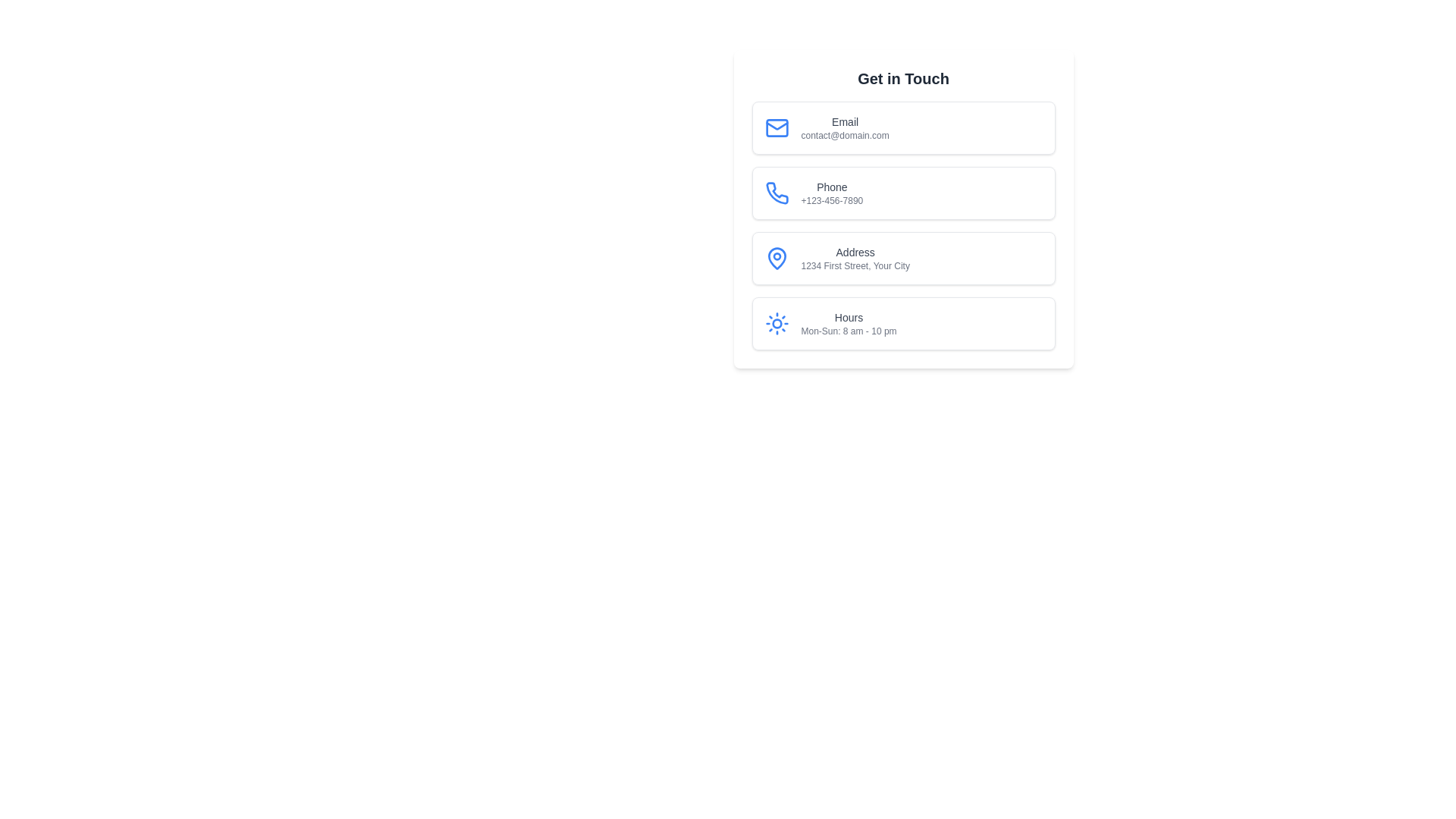  I want to click on the address display text label located in the 'Get in Touch' section, beneath the 'Address' label and icon, which provides location details to the user, so click(855, 265).